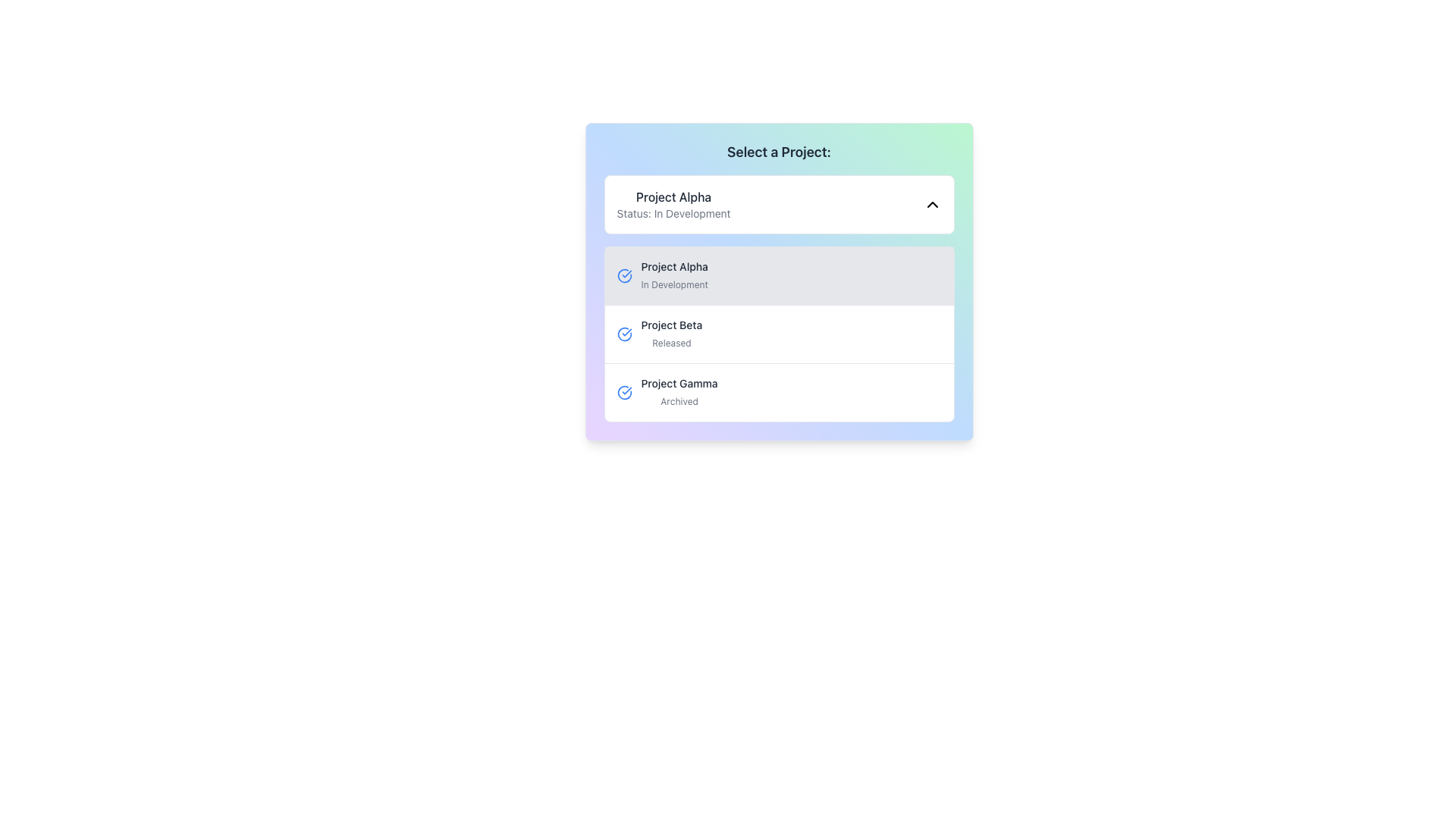 Image resolution: width=1456 pixels, height=819 pixels. Describe the element at coordinates (779, 333) in the screenshot. I see `the second project list item titled 'Project Beta'` at that location.